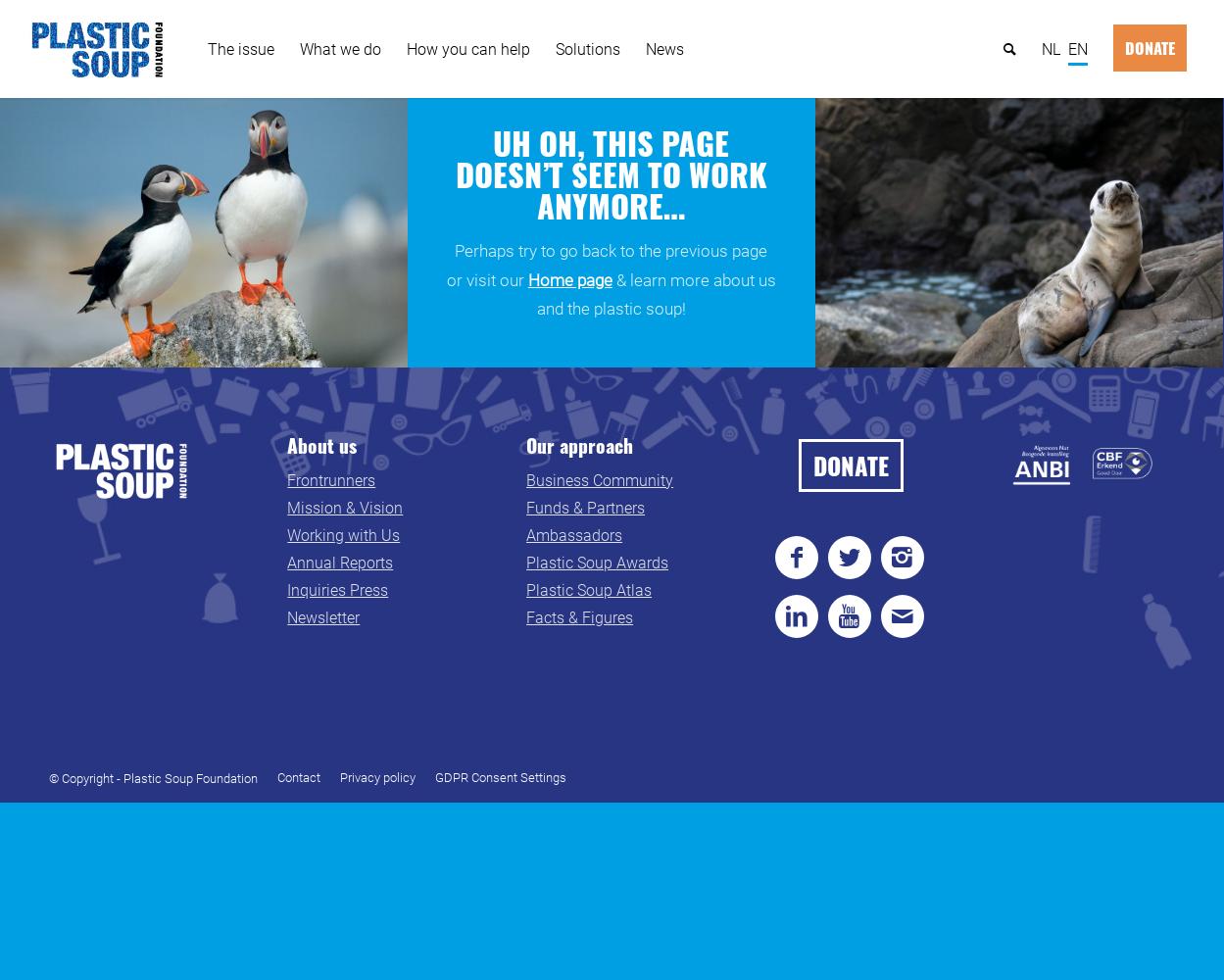  What do you see at coordinates (1150, 48) in the screenshot?
I see `'Donate'` at bounding box center [1150, 48].